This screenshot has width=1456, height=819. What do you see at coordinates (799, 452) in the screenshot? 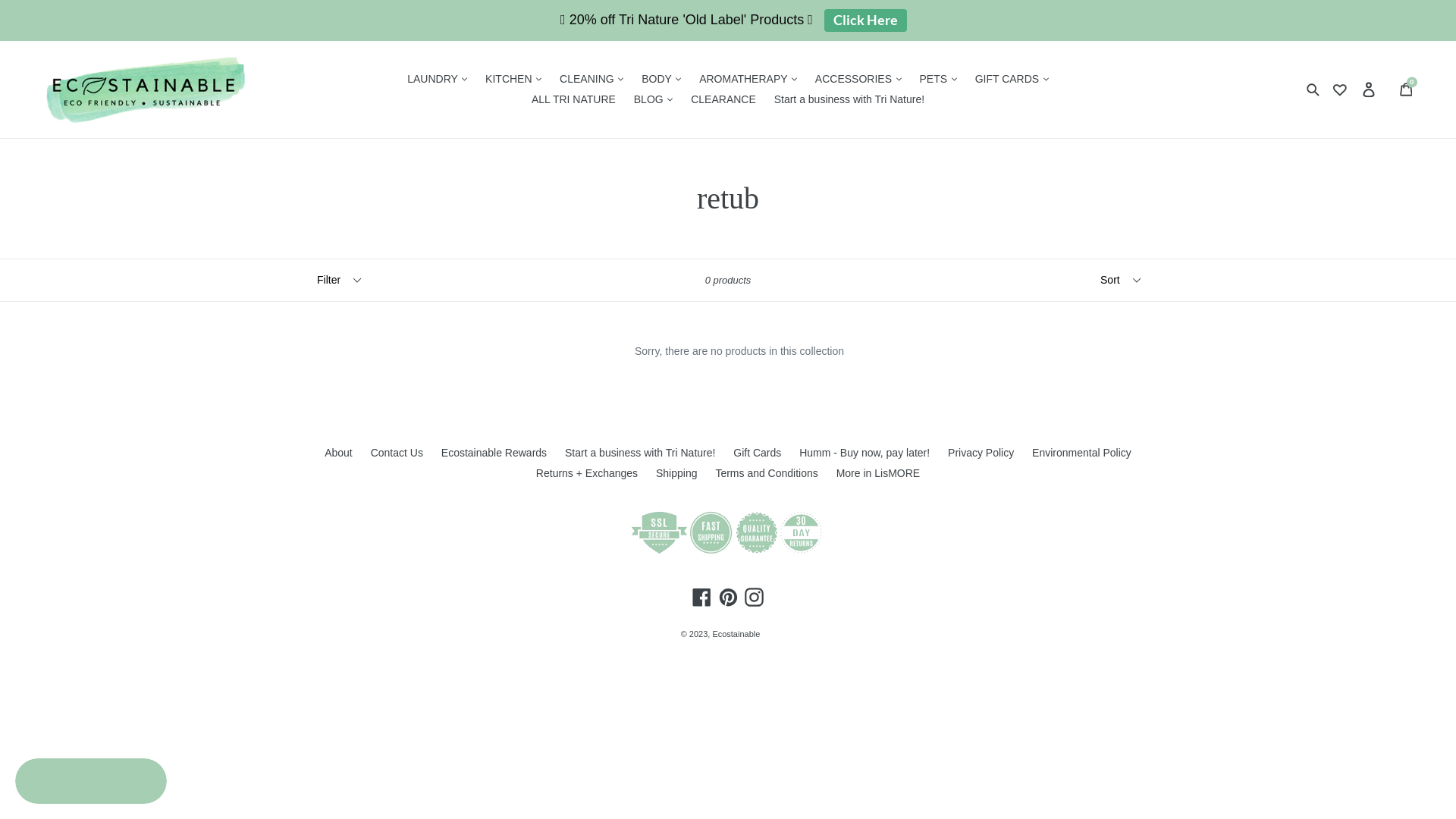
I see `'Humm - Buy now, pay later!'` at bounding box center [799, 452].